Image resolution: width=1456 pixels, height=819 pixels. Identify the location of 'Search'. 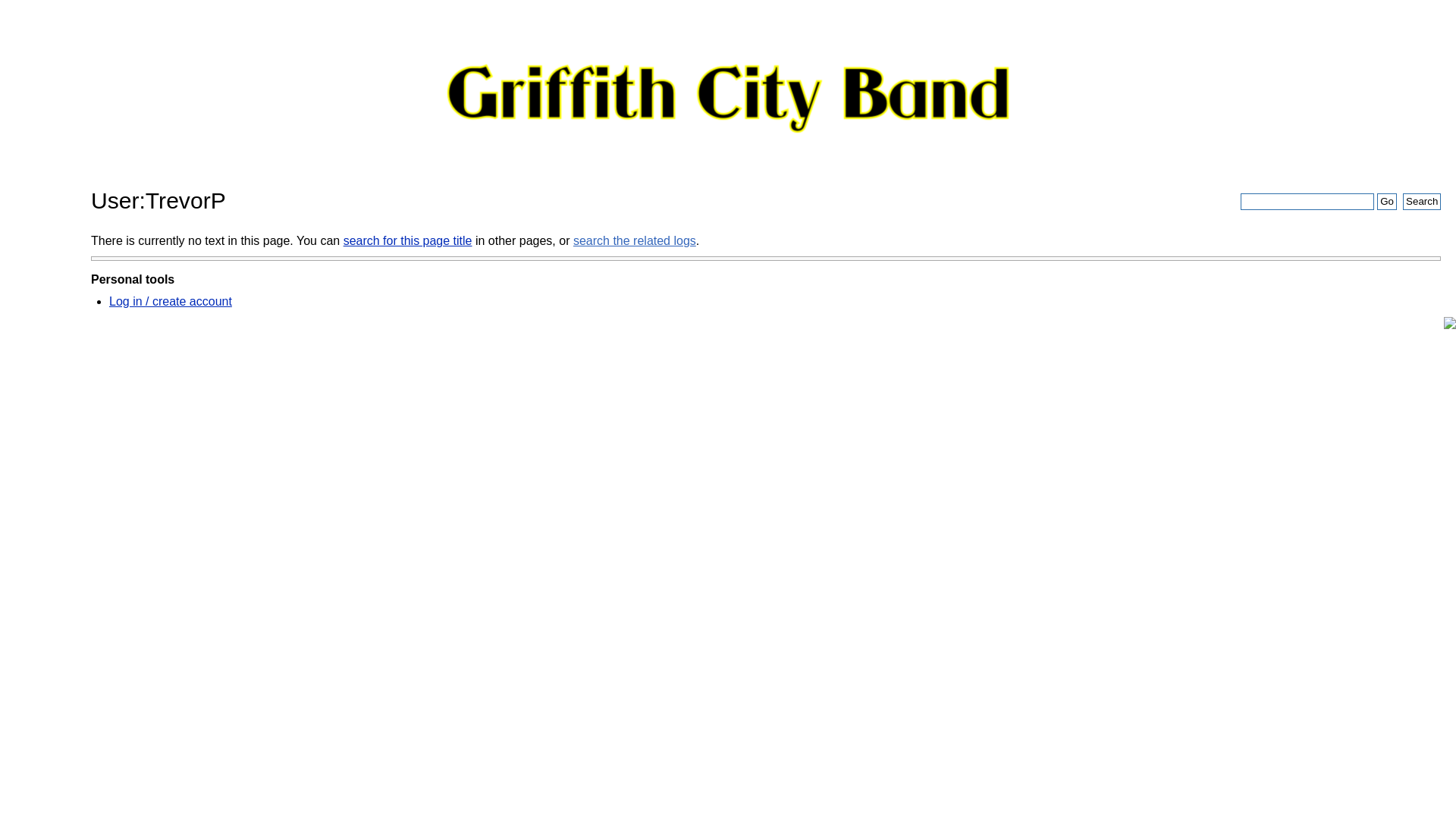
(1421, 201).